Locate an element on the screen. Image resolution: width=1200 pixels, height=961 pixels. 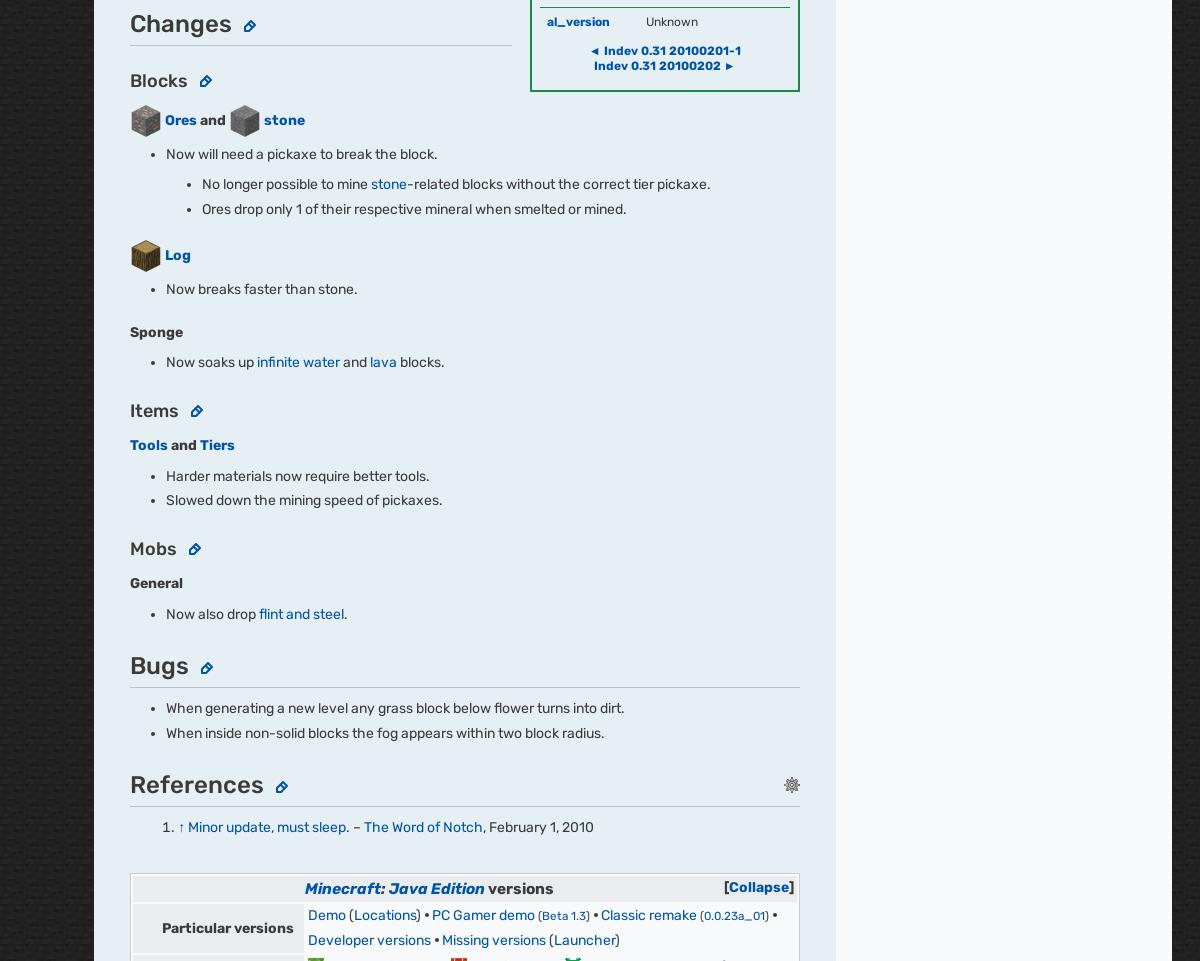
'What is Fandom?' is located at coordinates (392, 300).